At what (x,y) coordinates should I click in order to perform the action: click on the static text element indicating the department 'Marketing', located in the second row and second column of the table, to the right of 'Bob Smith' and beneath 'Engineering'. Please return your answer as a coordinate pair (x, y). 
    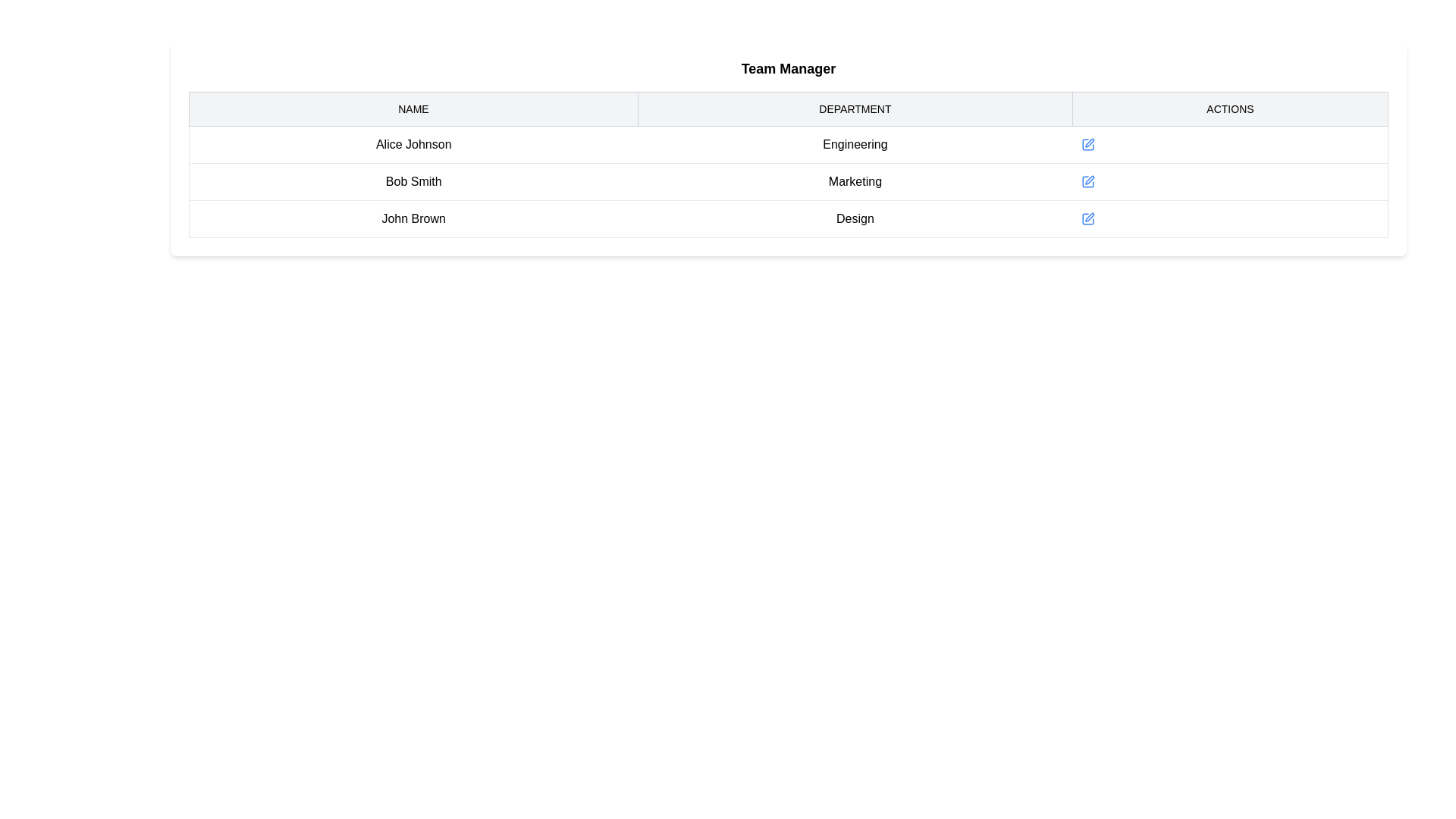
    Looking at the image, I should click on (855, 180).